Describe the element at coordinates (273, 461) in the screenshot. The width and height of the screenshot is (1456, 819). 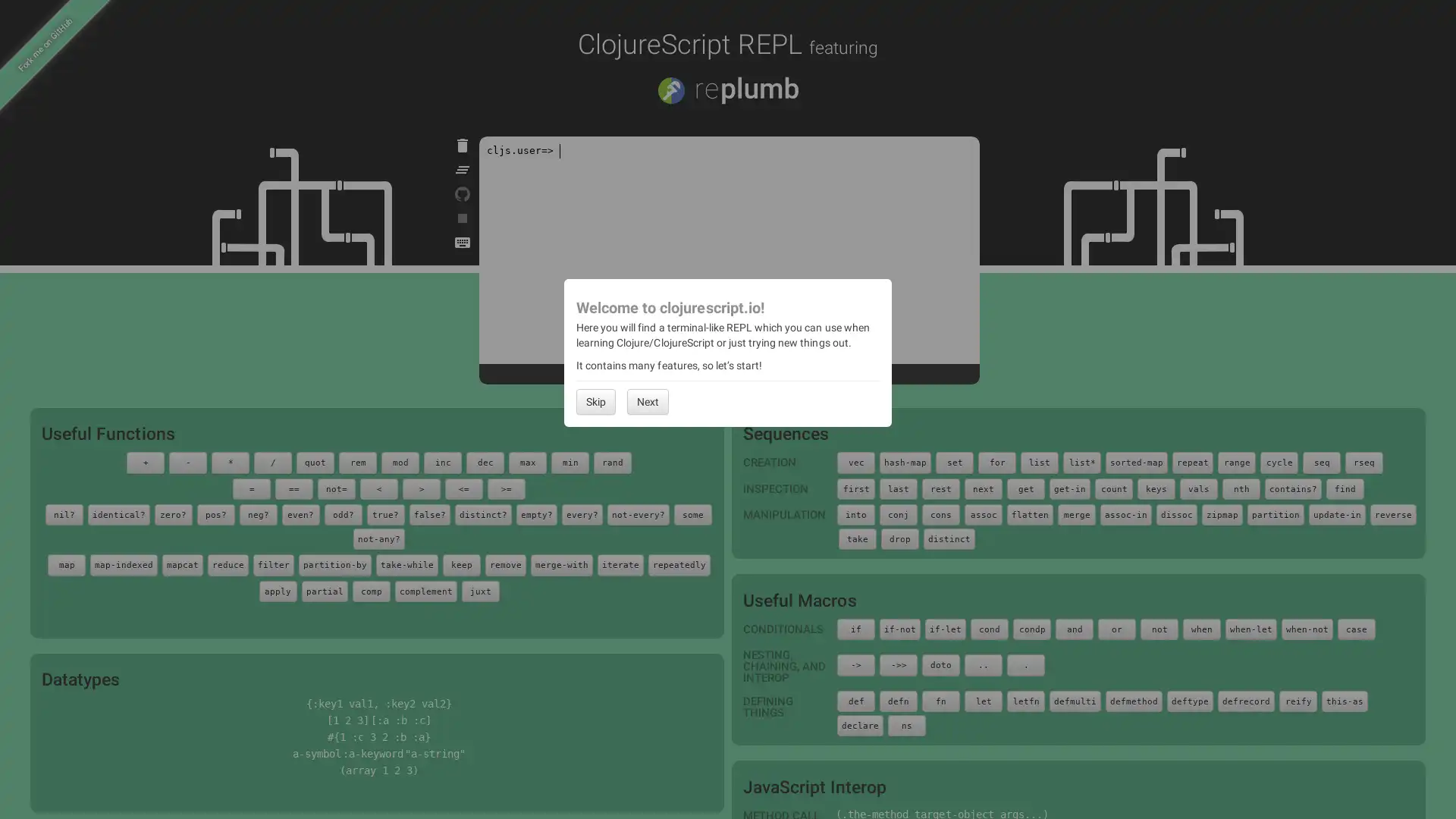
I see `/` at that location.